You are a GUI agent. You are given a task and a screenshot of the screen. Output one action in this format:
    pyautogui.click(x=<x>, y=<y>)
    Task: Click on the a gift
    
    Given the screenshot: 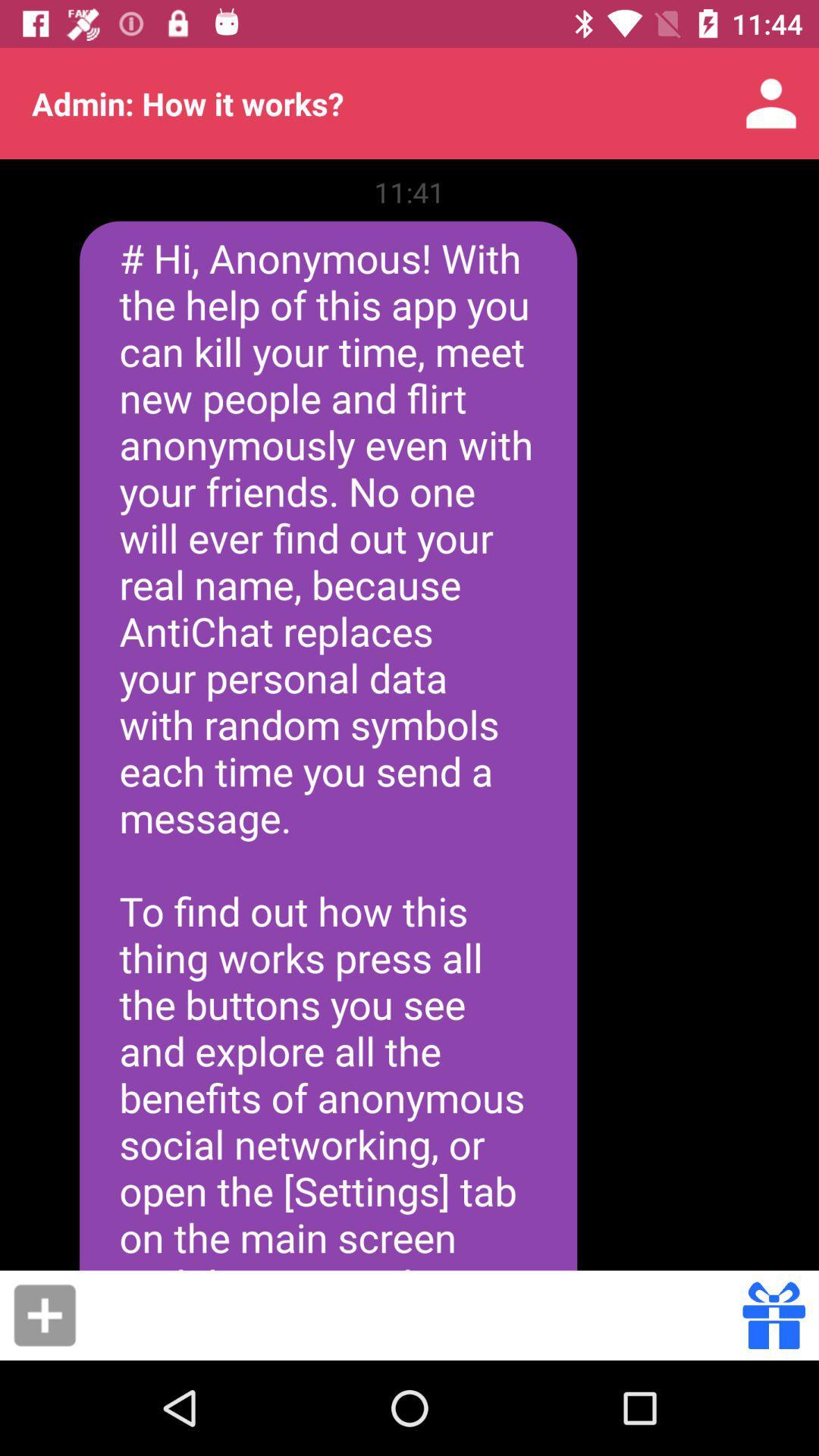 What is the action you would take?
    pyautogui.click(x=44, y=1314)
    